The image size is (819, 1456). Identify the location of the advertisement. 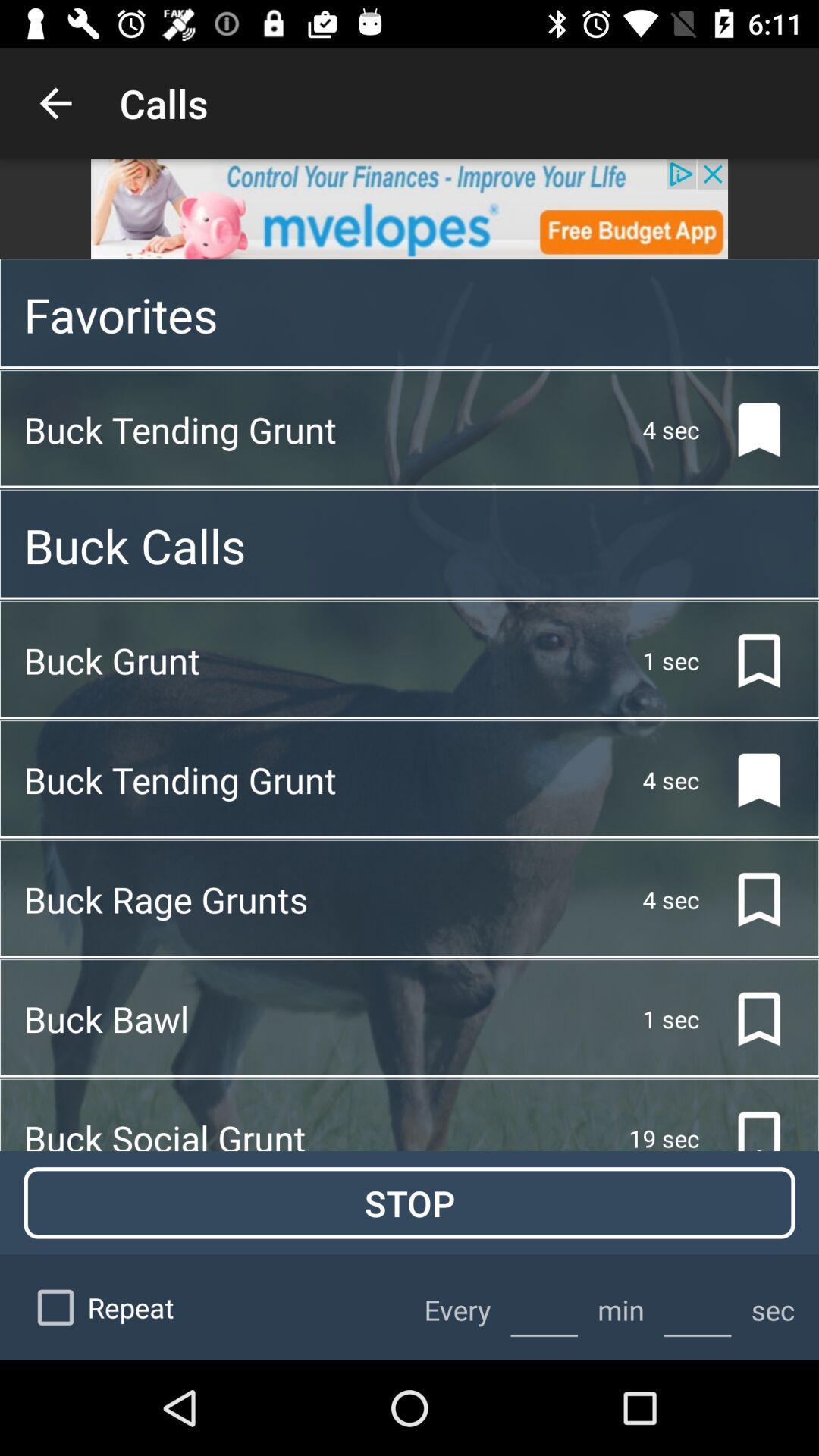
(409, 208).